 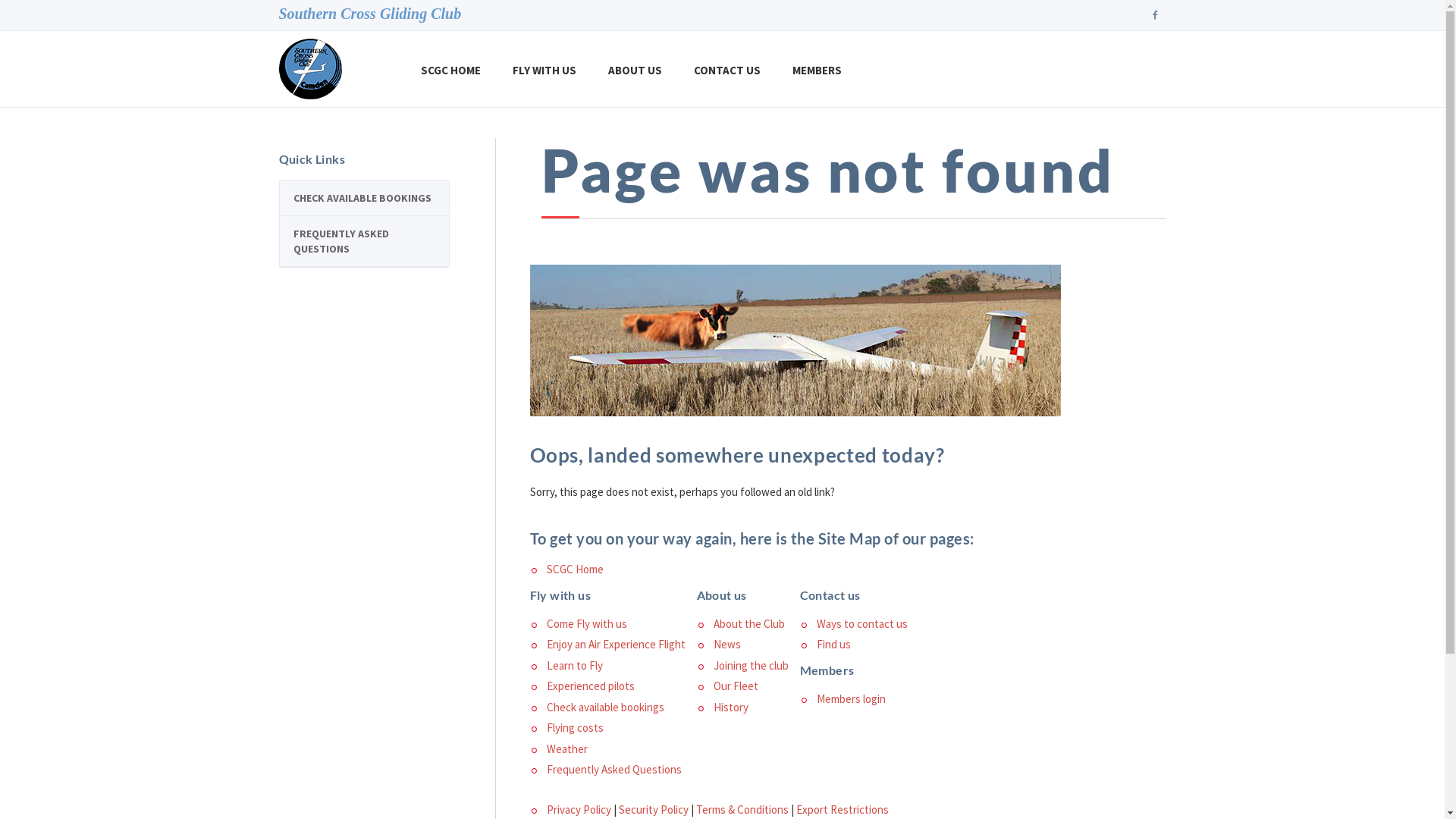 I want to click on 'SCGC HOME', so click(x=450, y=69).